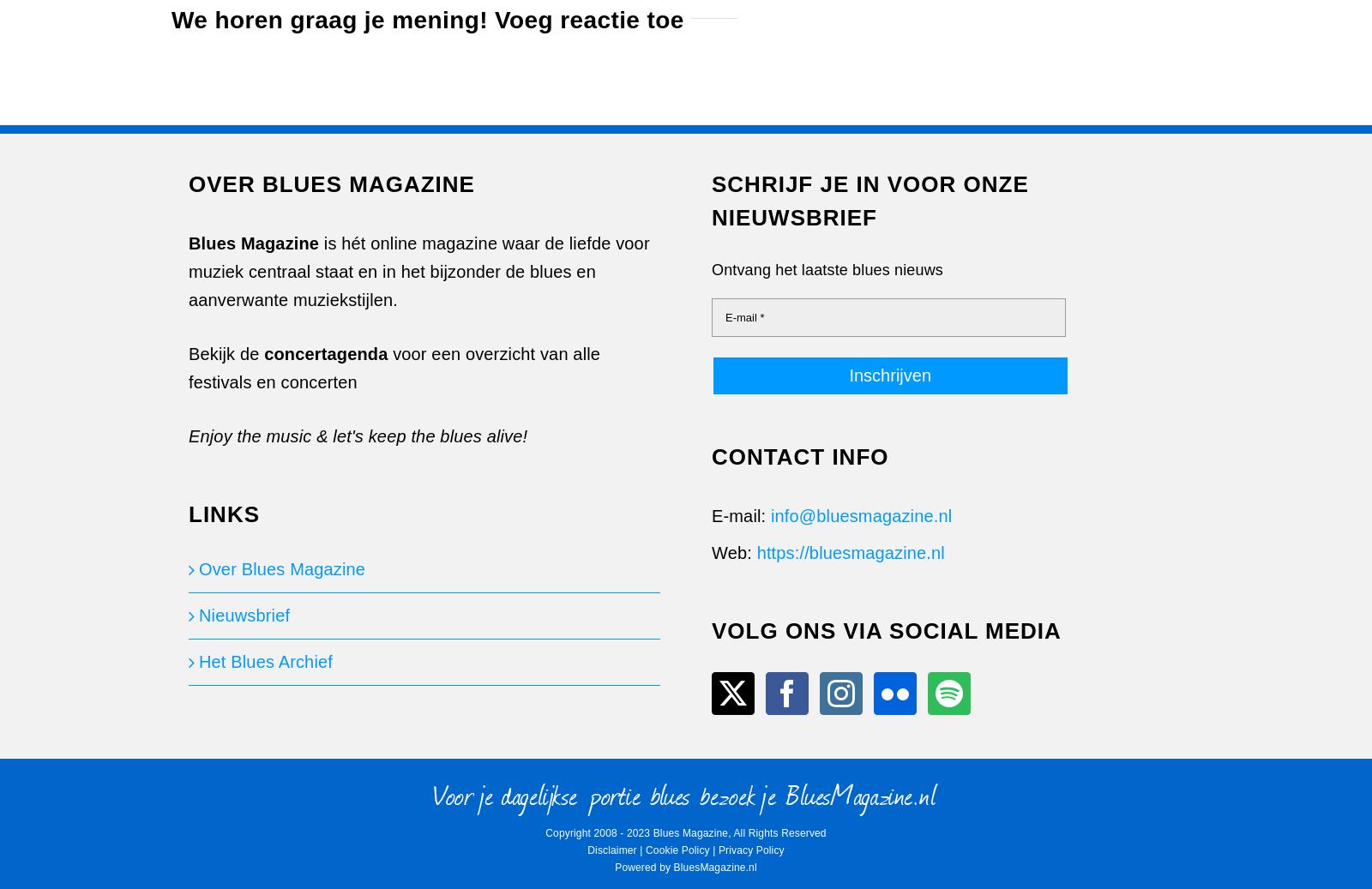 The image size is (1372, 889). Describe the element at coordinates (826, 269) in the screenshot. I see `'Ontvang het laatste blues nieuws'` at that location.